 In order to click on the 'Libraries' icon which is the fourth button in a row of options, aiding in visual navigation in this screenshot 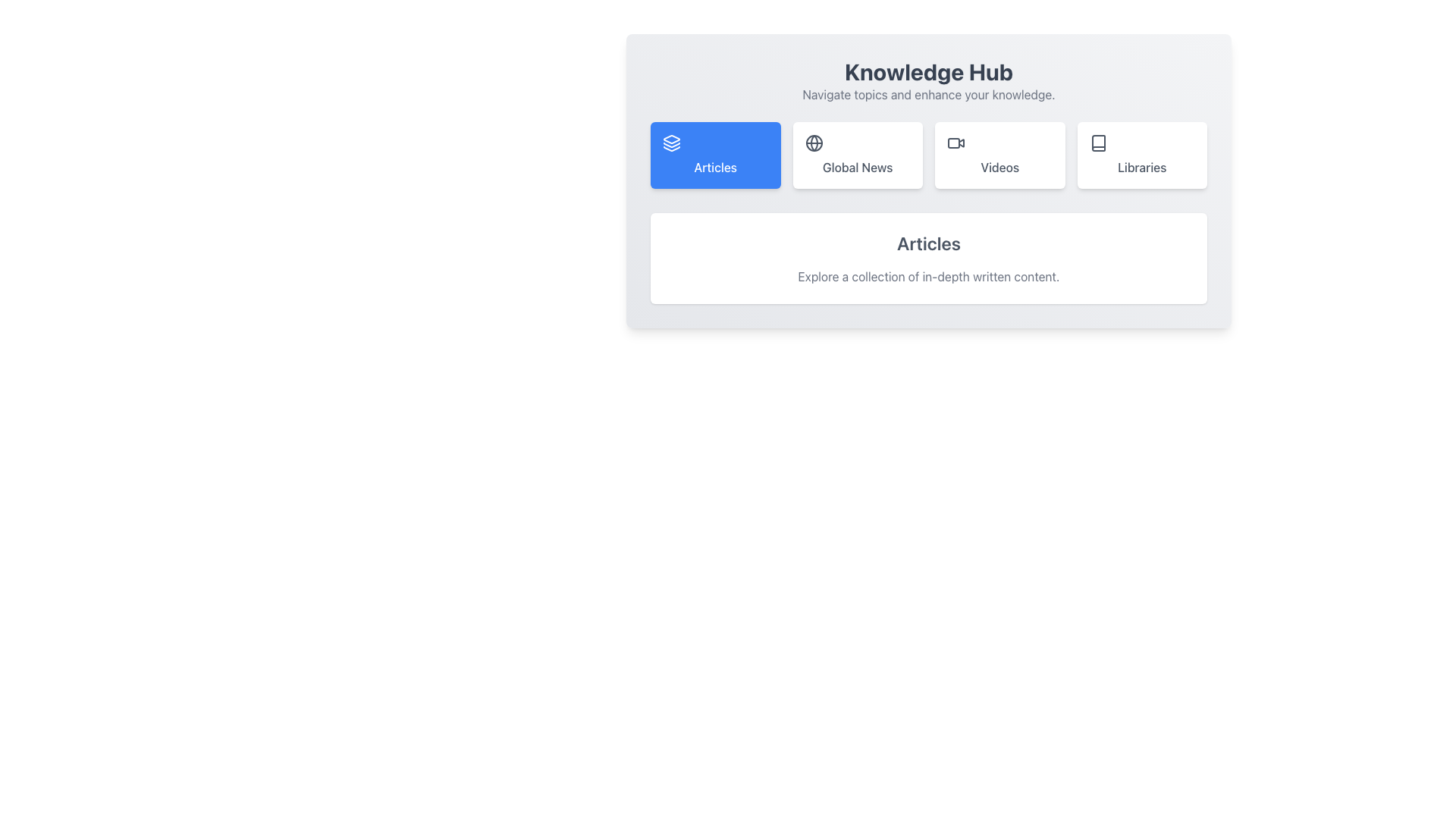, I will do `click(1098, 143)`.